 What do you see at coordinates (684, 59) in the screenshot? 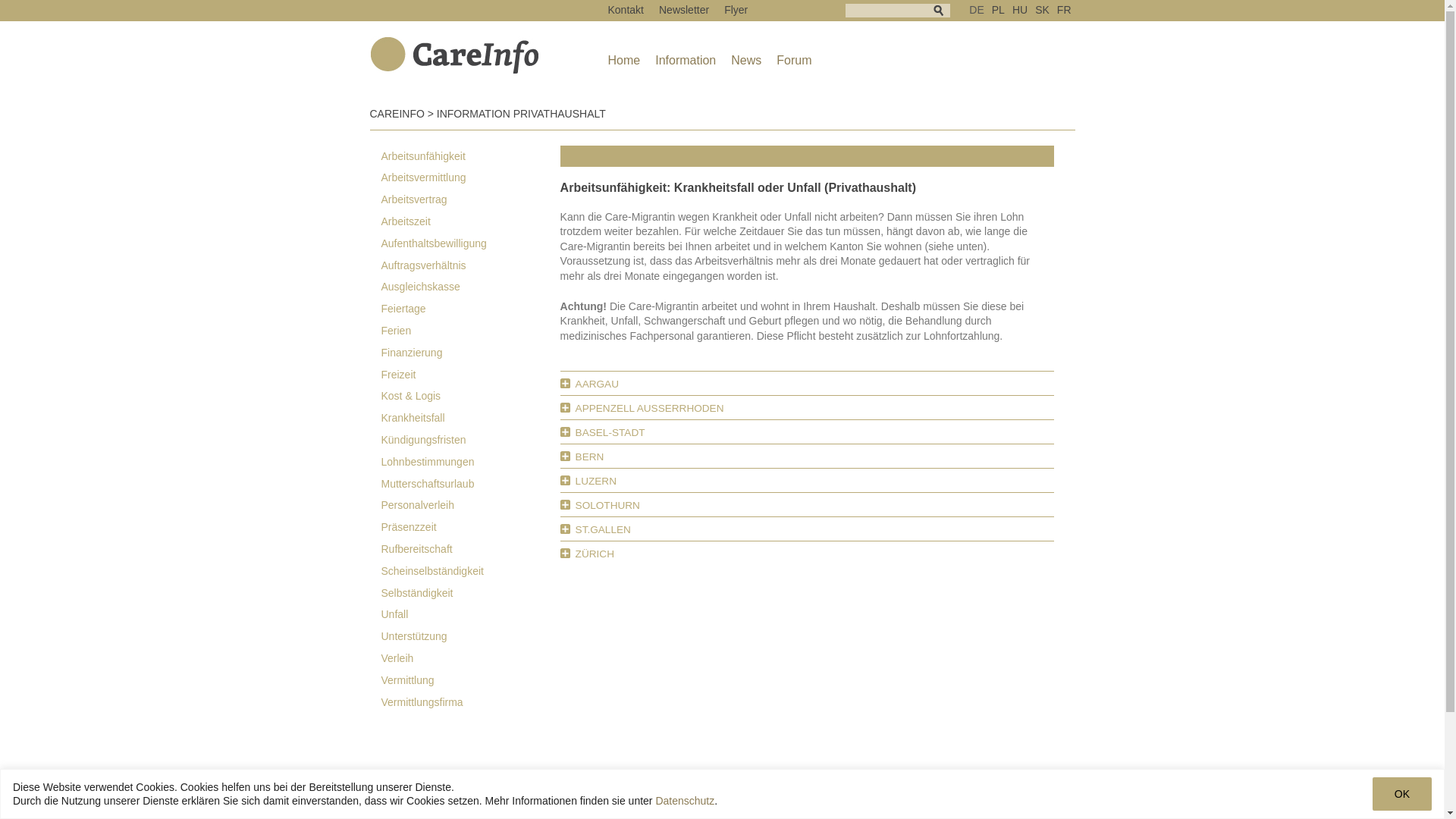
I see `'Information'` at bounding box center [684, 59].